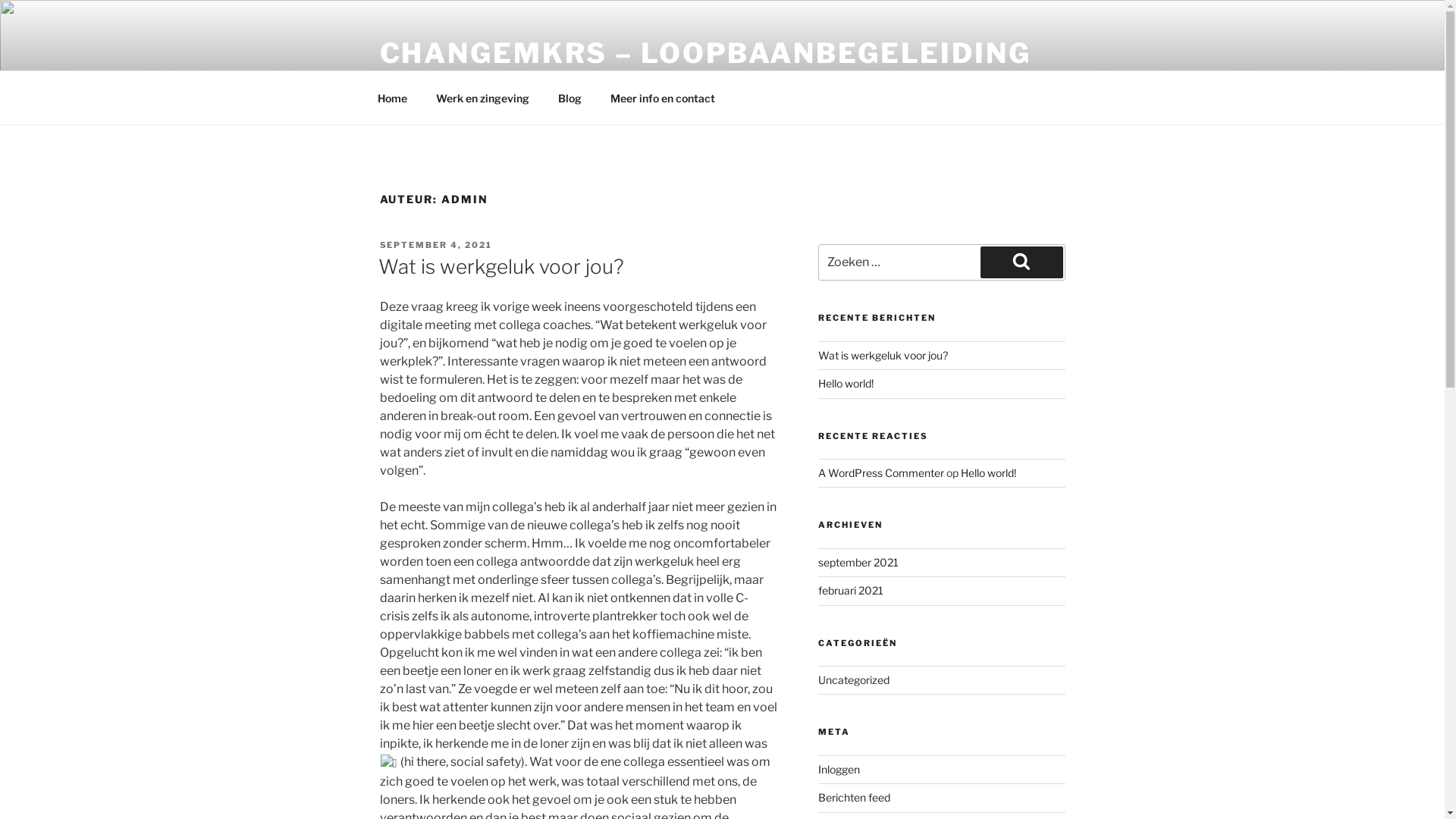 This screenshot has width=1456, height=819. What do you see at coordinates (392, 97) in the screenshot?
I see `'Home'` at bounding box center [392, 97].